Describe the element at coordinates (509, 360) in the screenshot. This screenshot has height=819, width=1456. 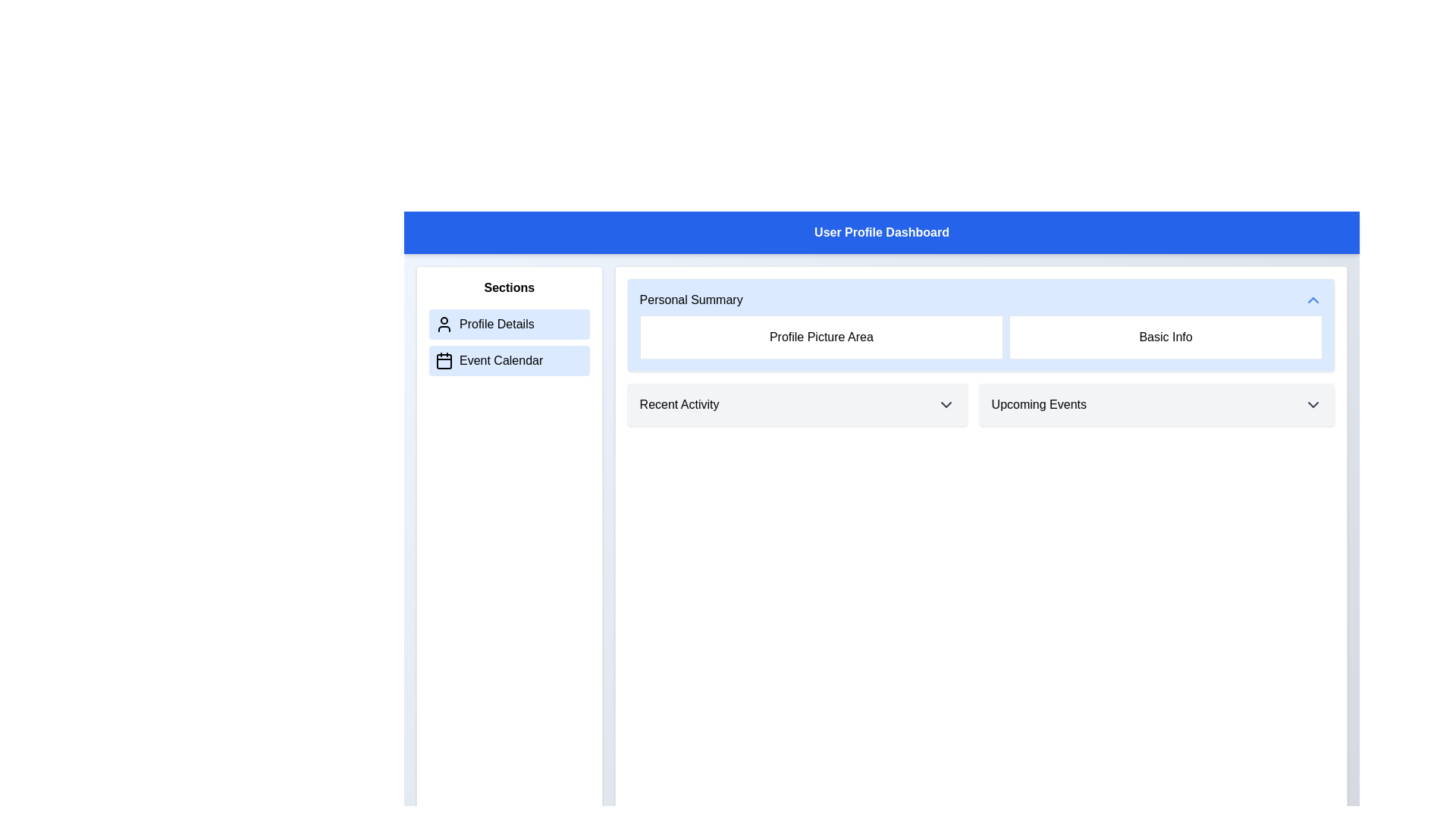
I see `the second button in the vertical list of buttons in the left sidebar labeled 'Sections'` at that location.